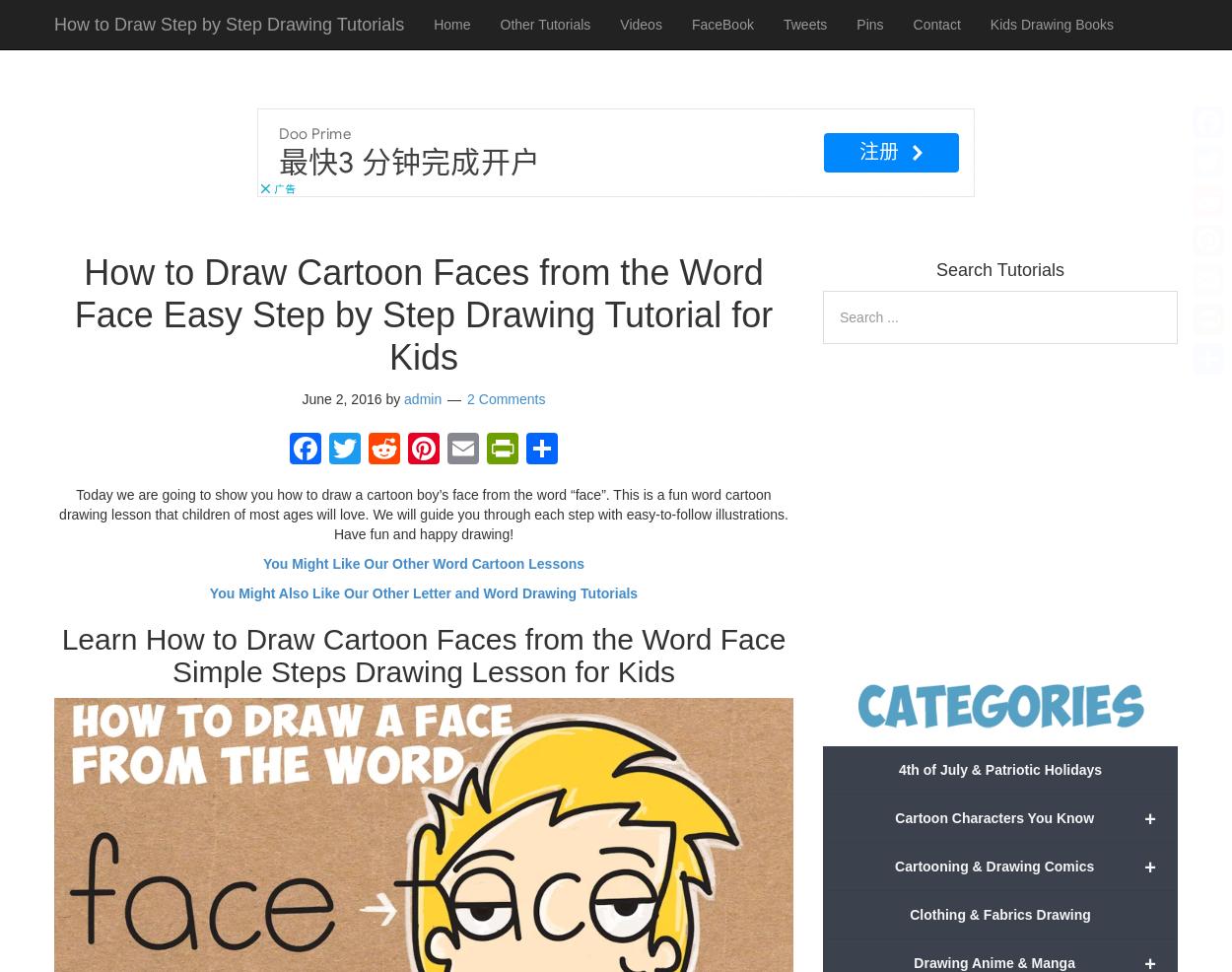  What do you see at coordinates (572, 493) in the screenshot?
I see `'Share'` at bounding box center [572, 493].